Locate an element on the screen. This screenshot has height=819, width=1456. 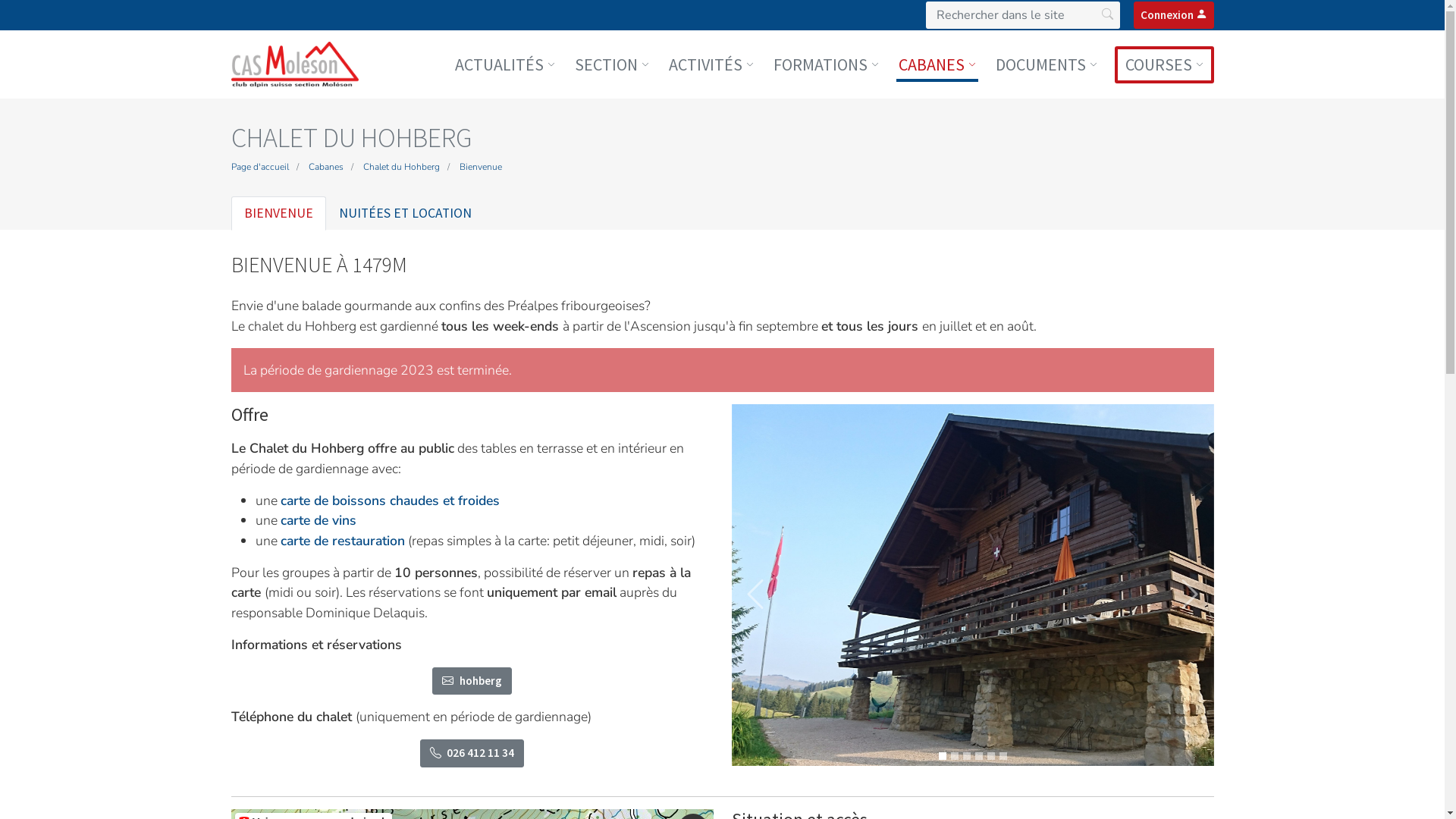
'Connexion' is located at coordinates (1172, 14).